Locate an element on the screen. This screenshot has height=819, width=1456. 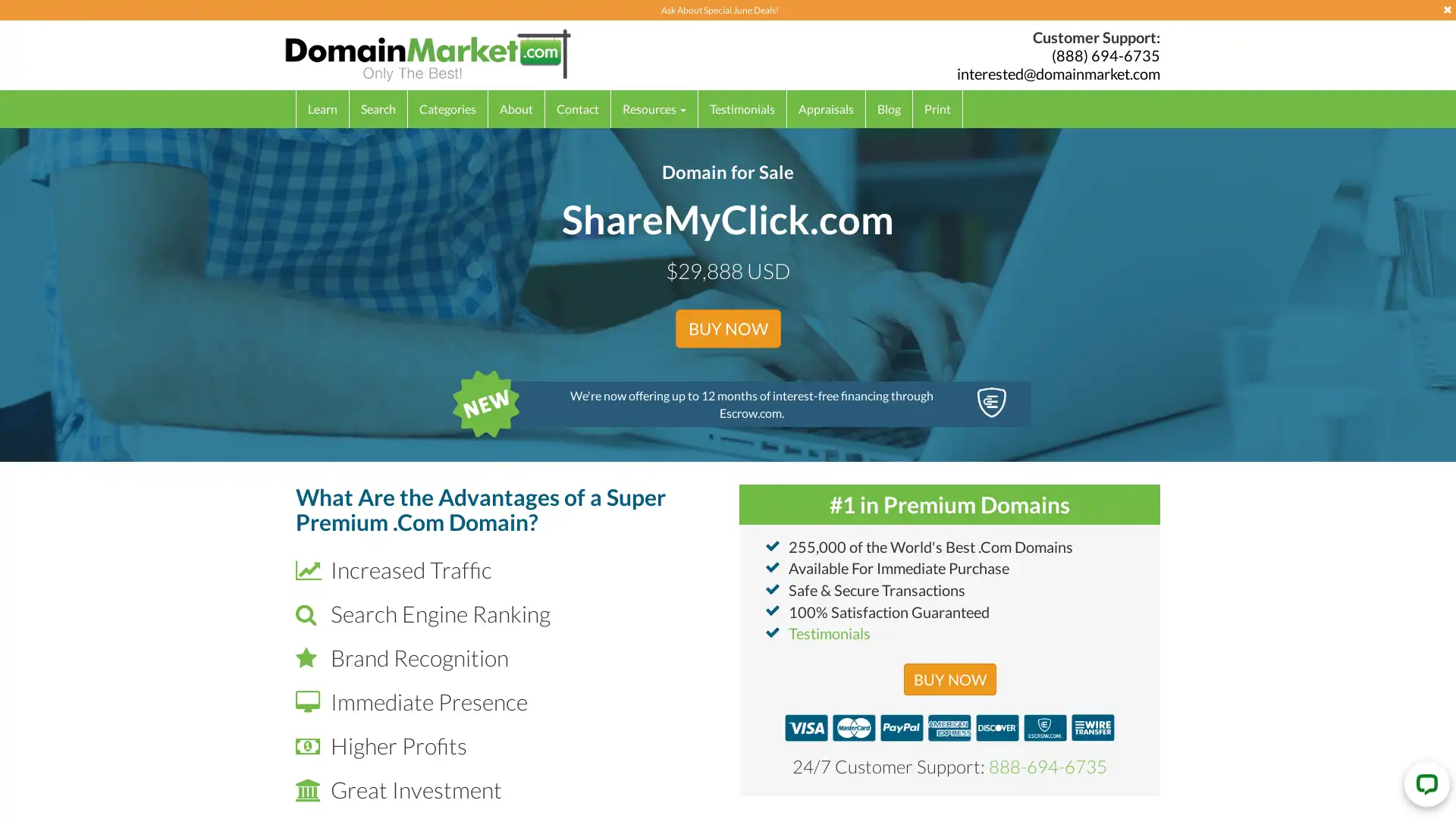
Resources is located at coordinates (654, 108).